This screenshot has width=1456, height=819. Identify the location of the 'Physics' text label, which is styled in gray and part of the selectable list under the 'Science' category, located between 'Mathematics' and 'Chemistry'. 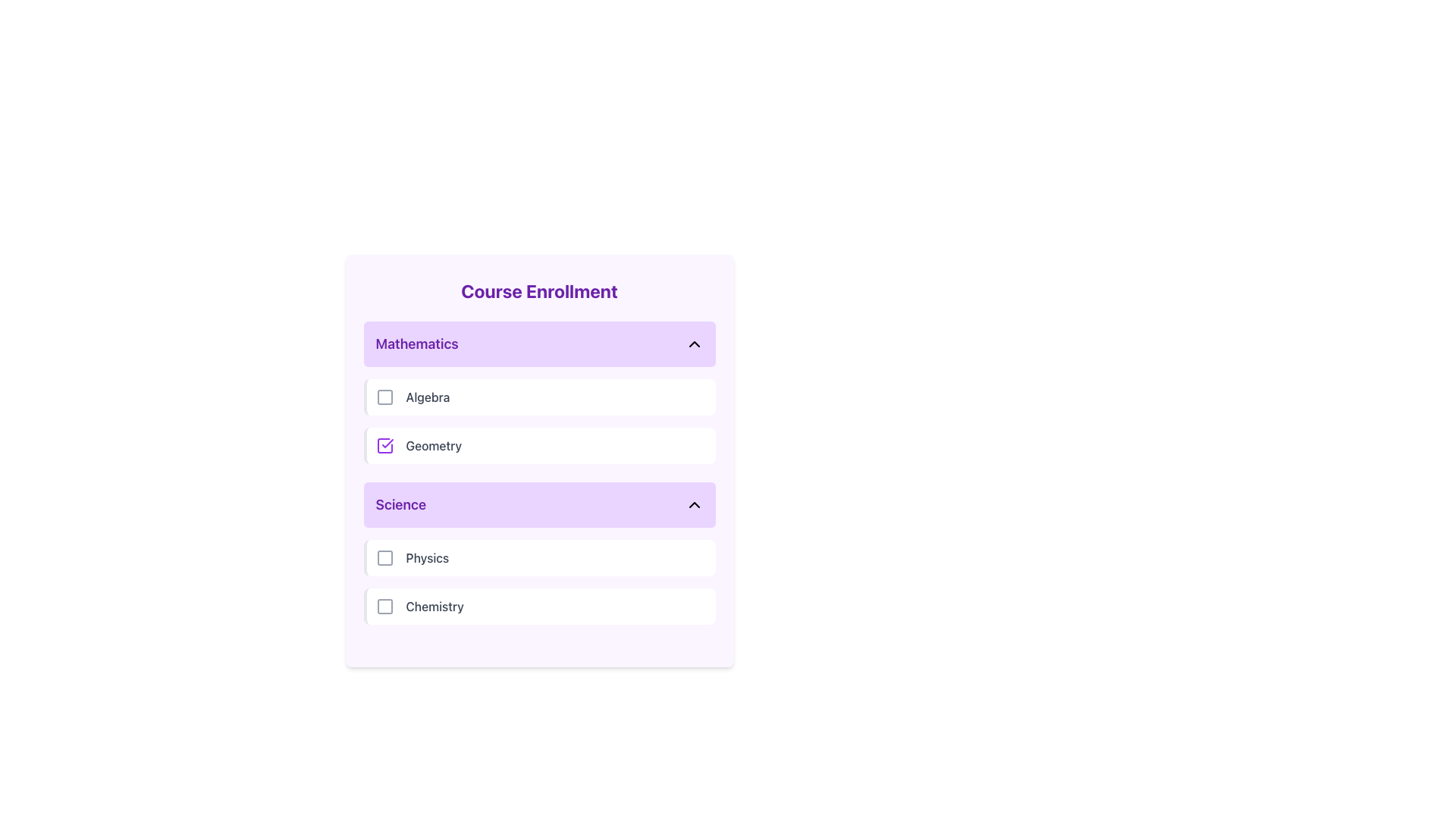
(426, 558).